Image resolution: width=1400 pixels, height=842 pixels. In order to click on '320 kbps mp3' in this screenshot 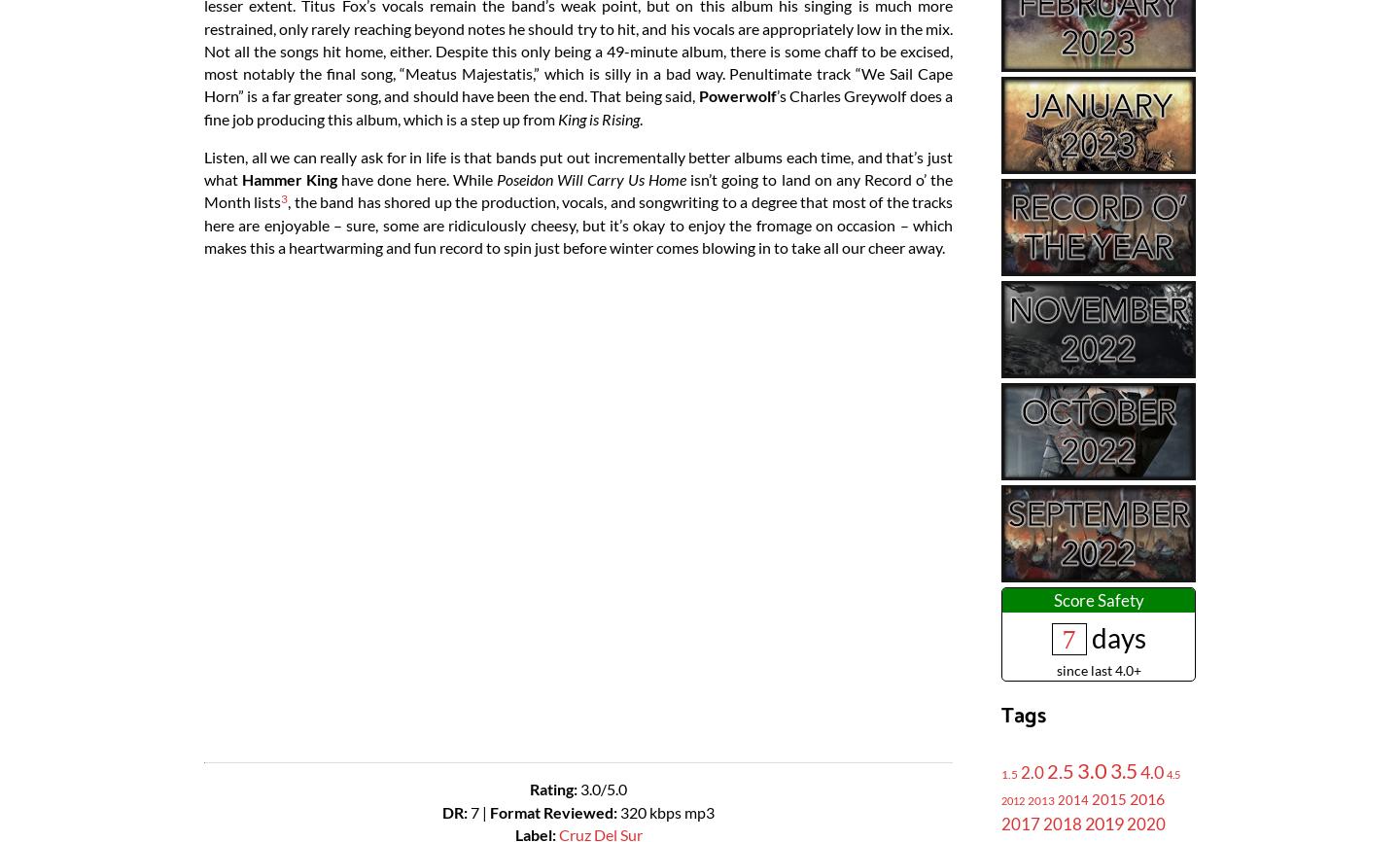, I will do `click(667, 810)`.